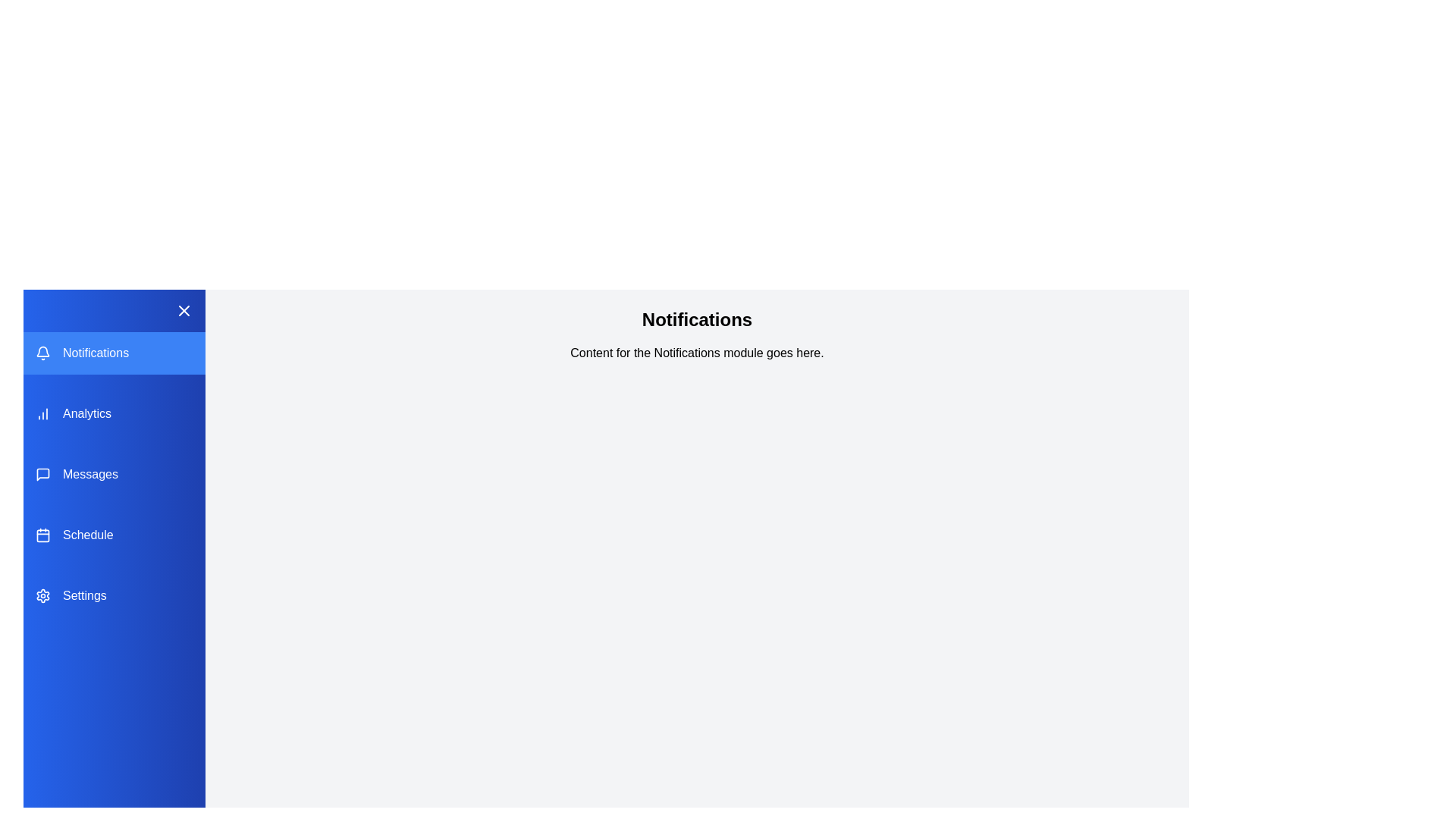 The height and width of the screenshot is (819, 1456). I want to click on the module Schedule from the sidebar, so click(113, 534).